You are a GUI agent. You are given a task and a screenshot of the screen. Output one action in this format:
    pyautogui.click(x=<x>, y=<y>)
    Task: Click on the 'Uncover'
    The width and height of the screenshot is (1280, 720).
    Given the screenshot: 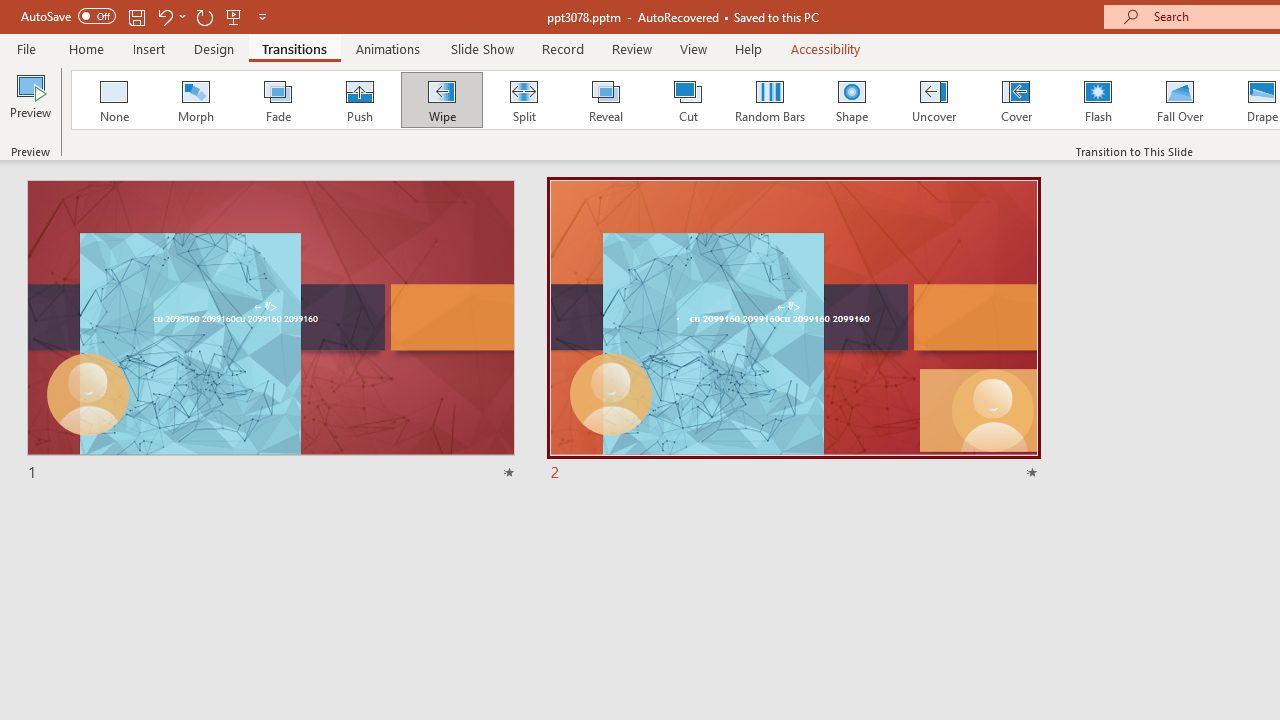 What is the action you would take?
    pyautogui.click(x=933, y=100)
    